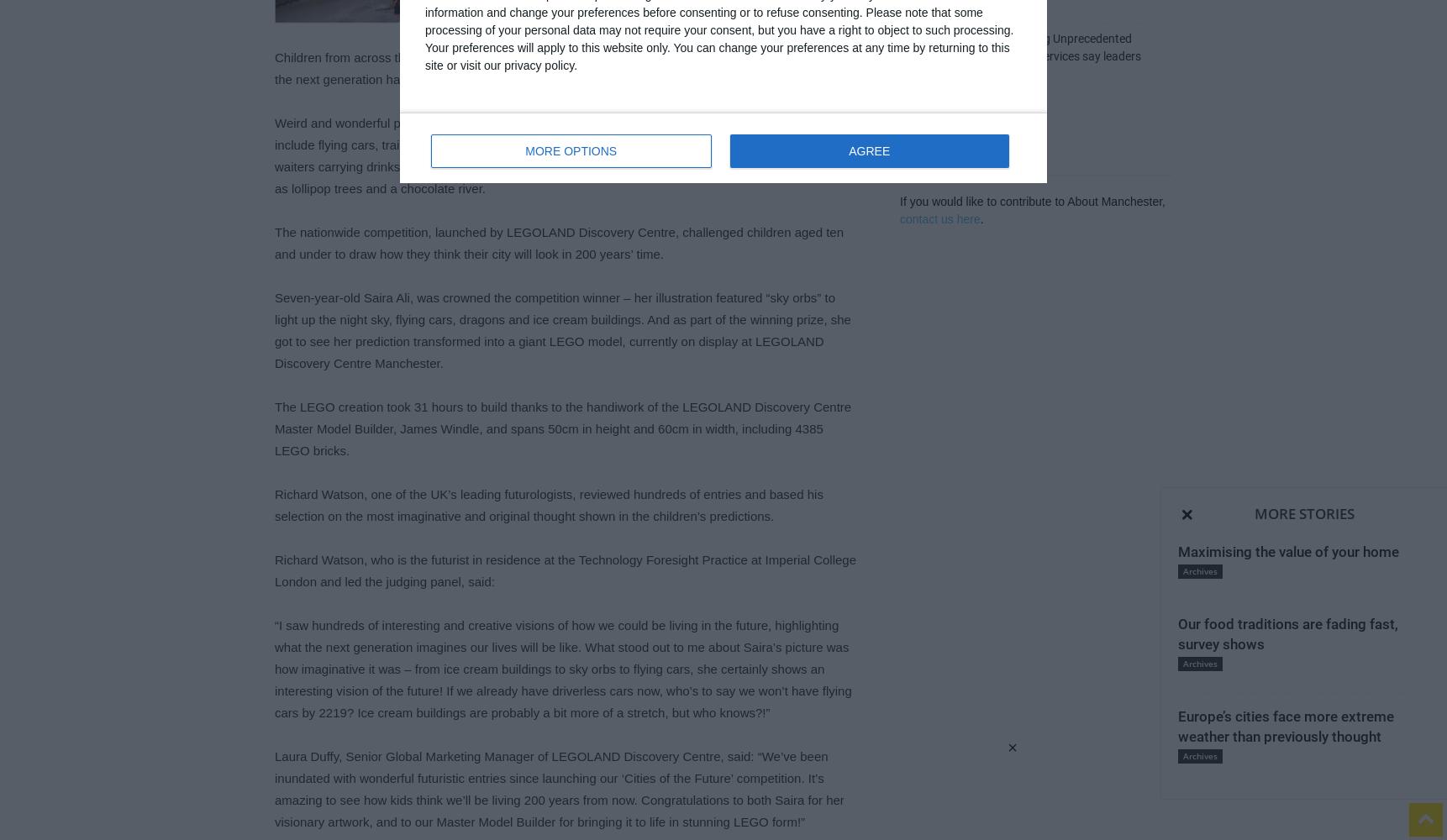  What do you see at coordinates (274, 504) in the screenshot?
I see `'Richard Watson, one of the UK’s leading futurologists, reviewed hundreds of entries and based his selection on the most imaginative and original thought shown in the children’s predictions.'` at bounding box center [274, 504].